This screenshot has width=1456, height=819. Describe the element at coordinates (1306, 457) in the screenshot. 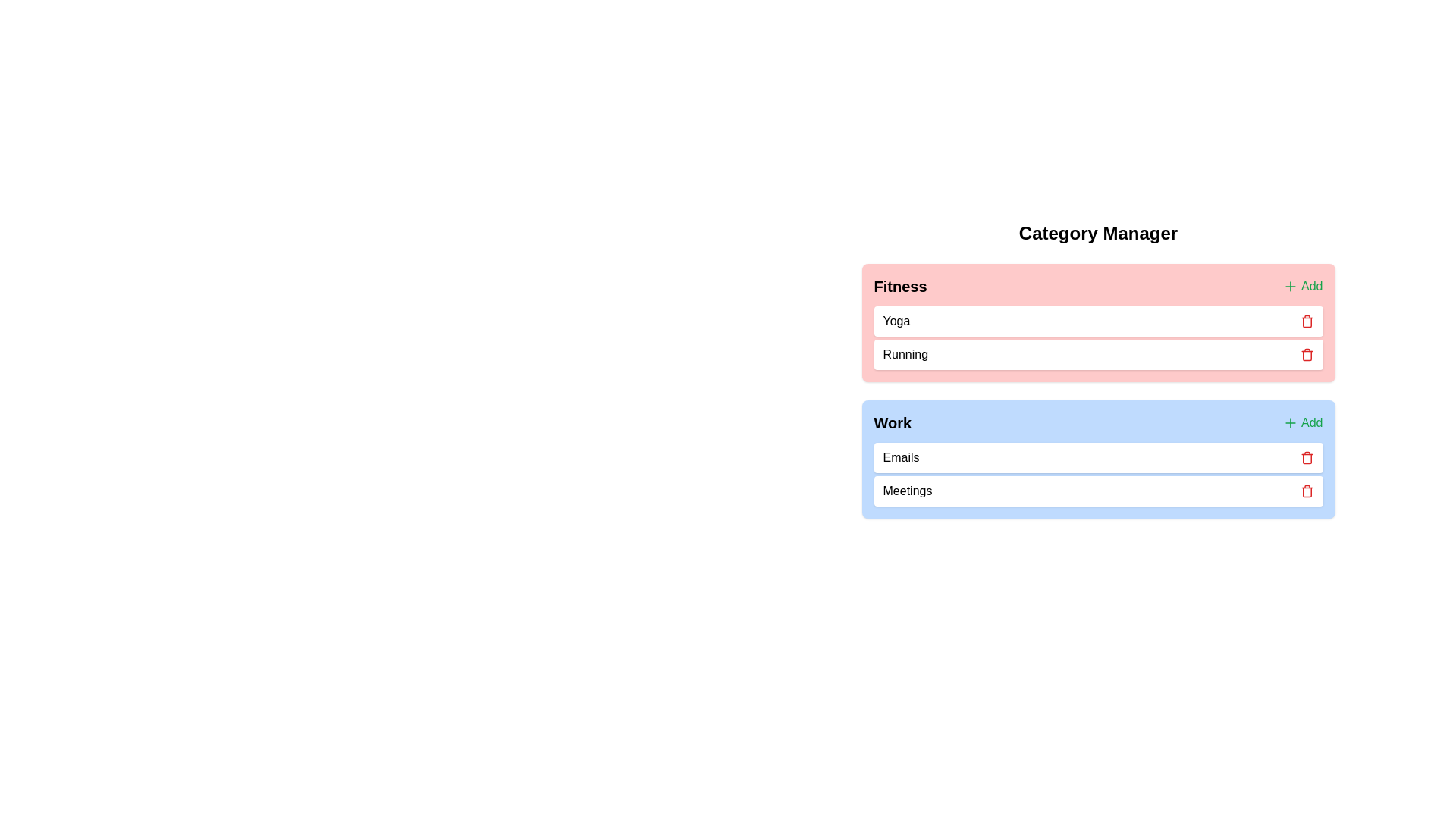

I see `trash icon next to the chip labeled Emails in the category labeled Work` at that location.